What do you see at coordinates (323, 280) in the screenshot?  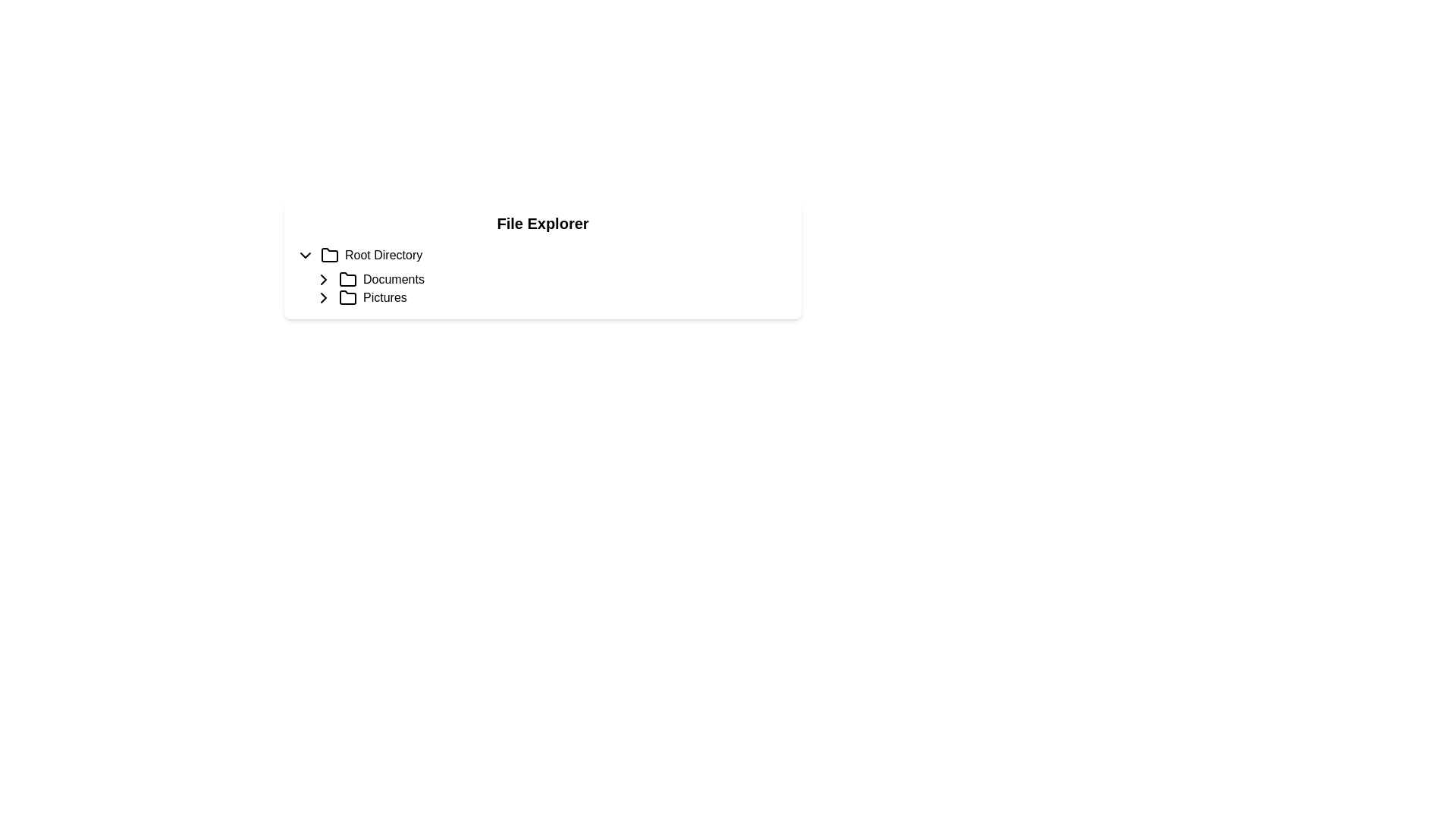 I see `the right-pointing chevron icon within the 'Documents' item` at bounding box center [323, 280].